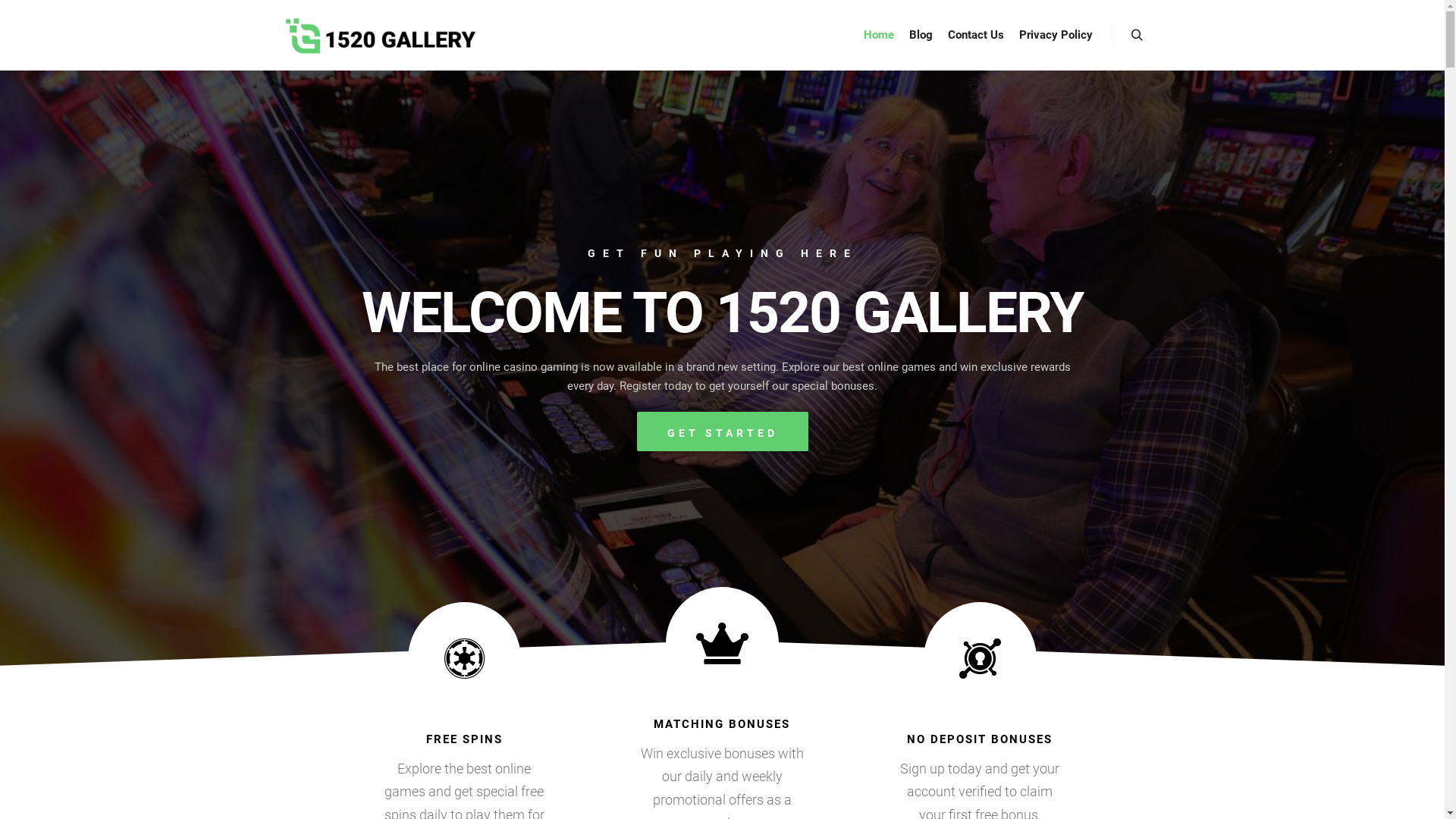 The width and height of the screenshot is (1456, 819). Describe the element at coordinates (1055, 34) in the screenshot. I see `'Privacy Policy'` at that location.